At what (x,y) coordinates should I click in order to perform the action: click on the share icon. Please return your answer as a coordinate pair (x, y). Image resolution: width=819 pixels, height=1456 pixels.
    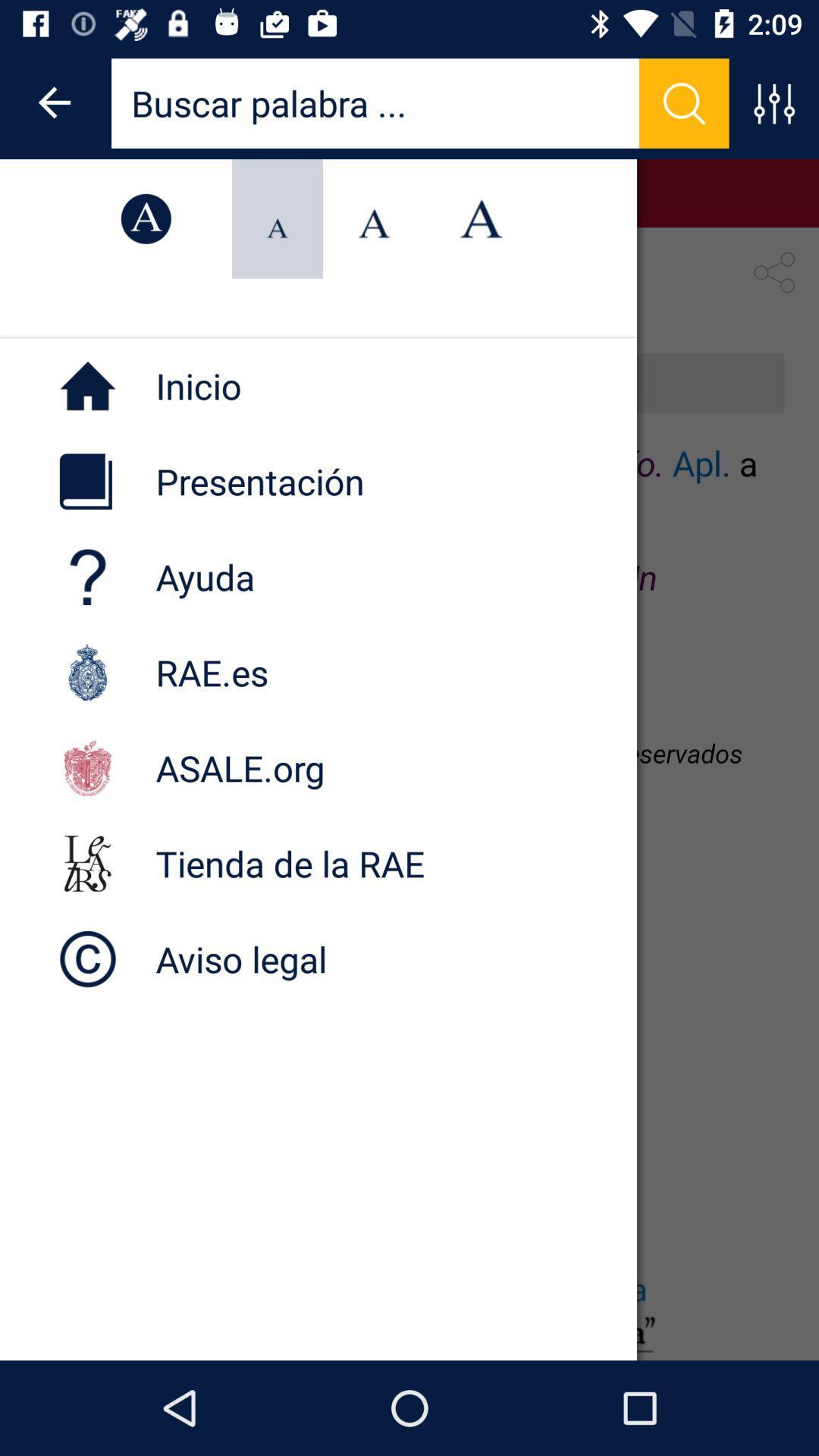
    Looking at the image, I should click on (773, 272).